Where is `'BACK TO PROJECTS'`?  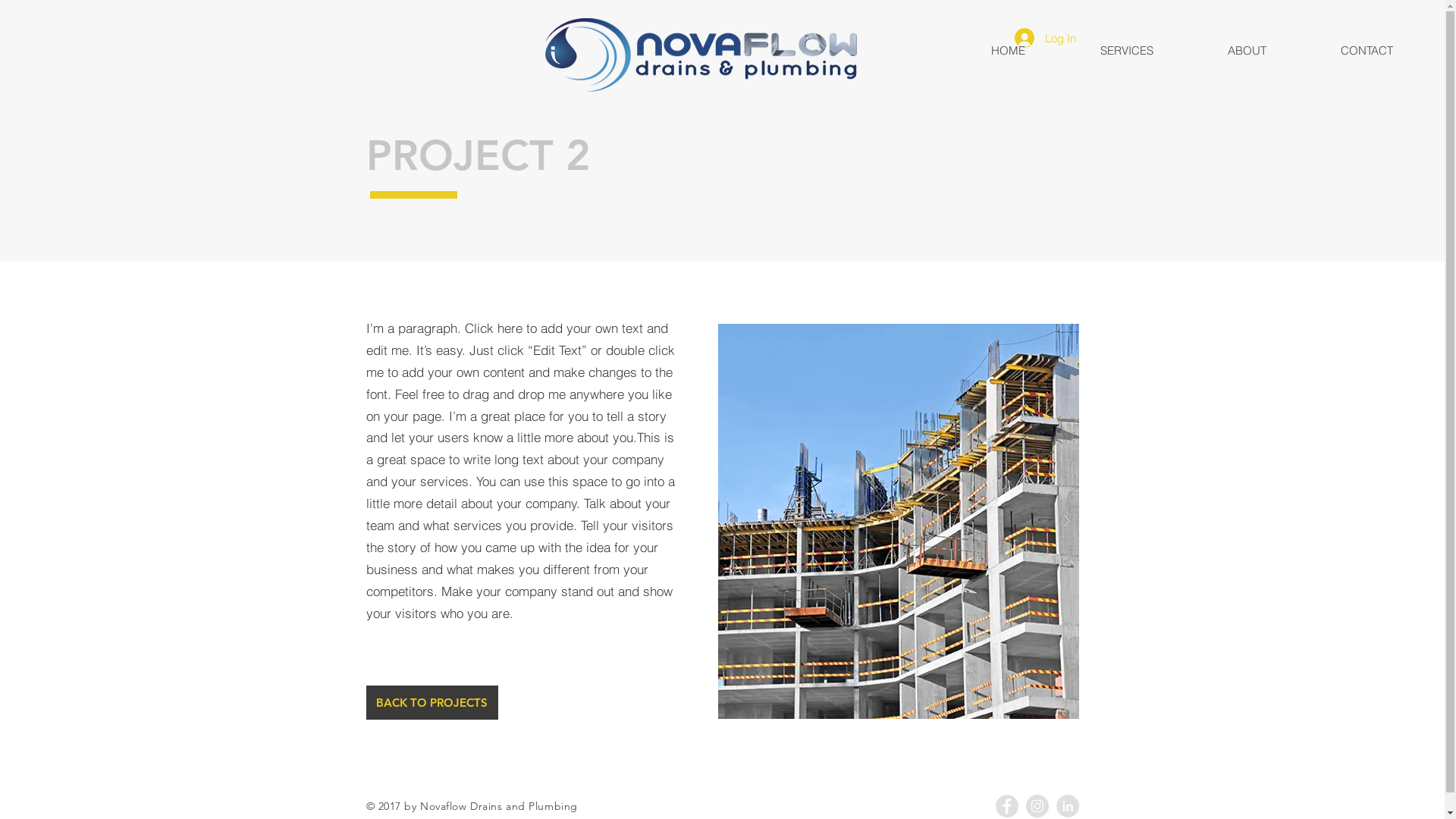
'BACK TO PROJECTS' is located at coordinates (431, 702).